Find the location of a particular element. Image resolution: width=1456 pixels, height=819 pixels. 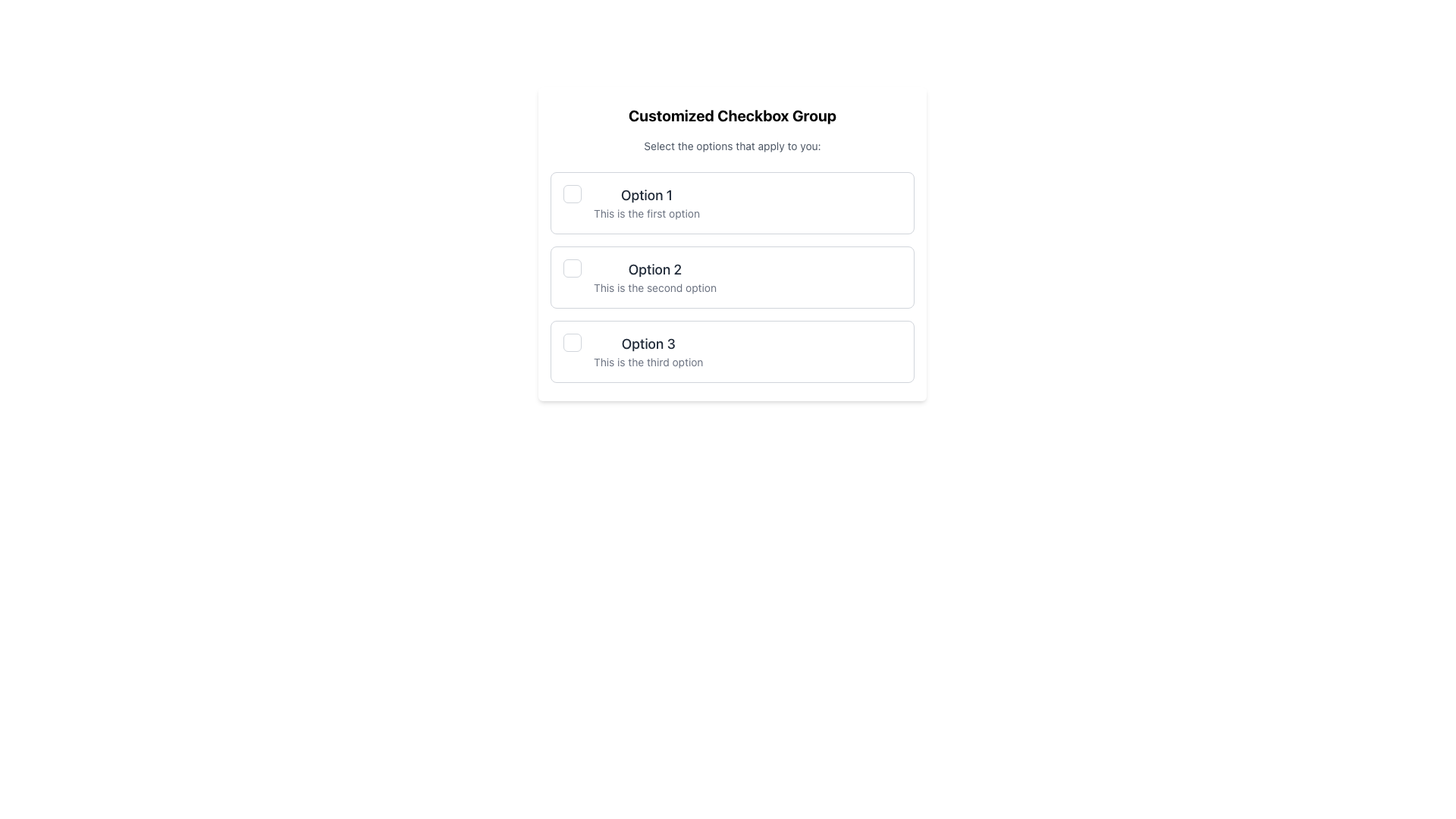

the text label that says 'Select the options that apply to you:', which is located below the title 'Customized Checkbox Group' is located at coordinates (732, 146).